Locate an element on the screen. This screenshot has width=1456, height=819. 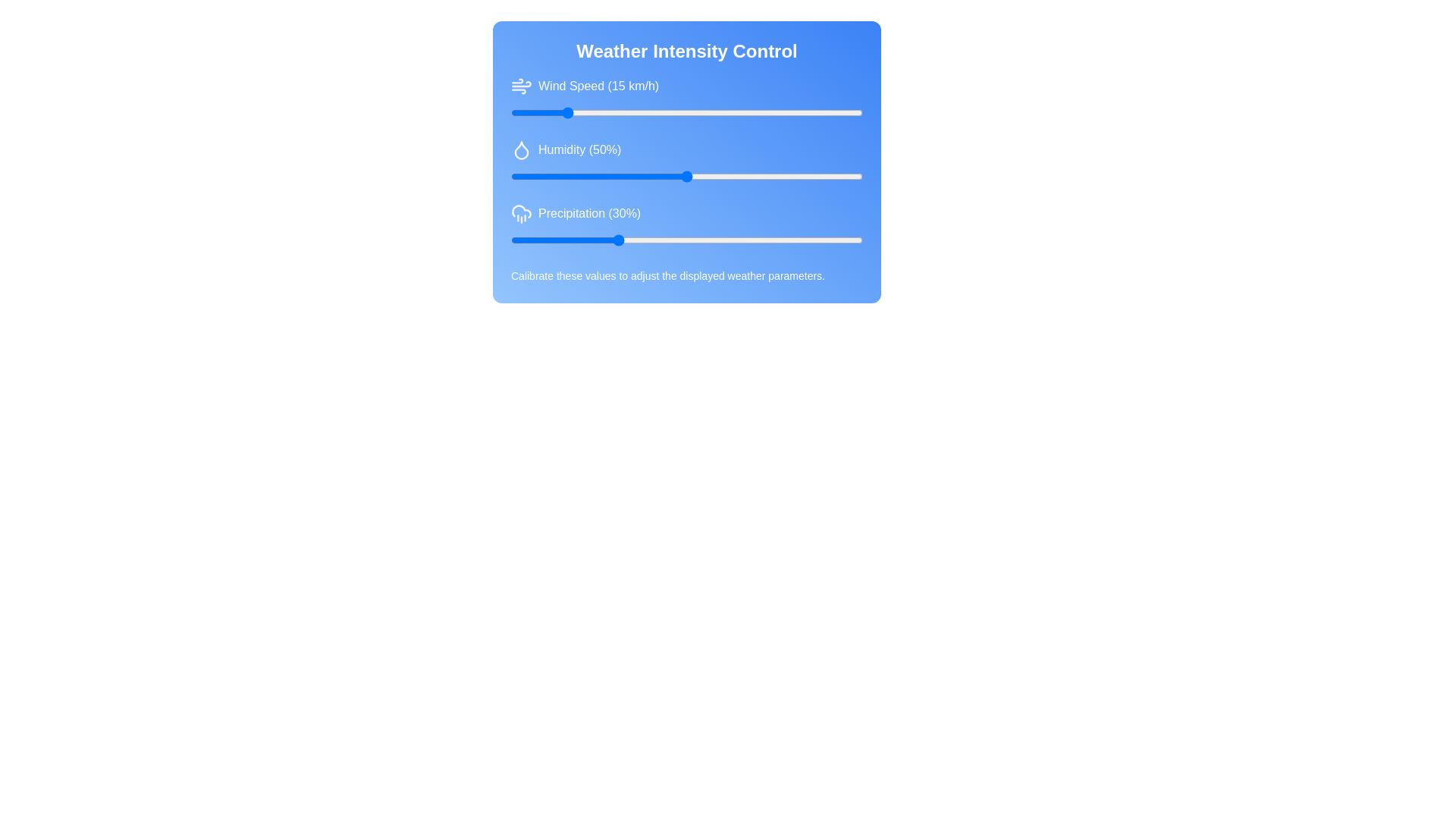
the wind speed is located at coordinates (729, 112).